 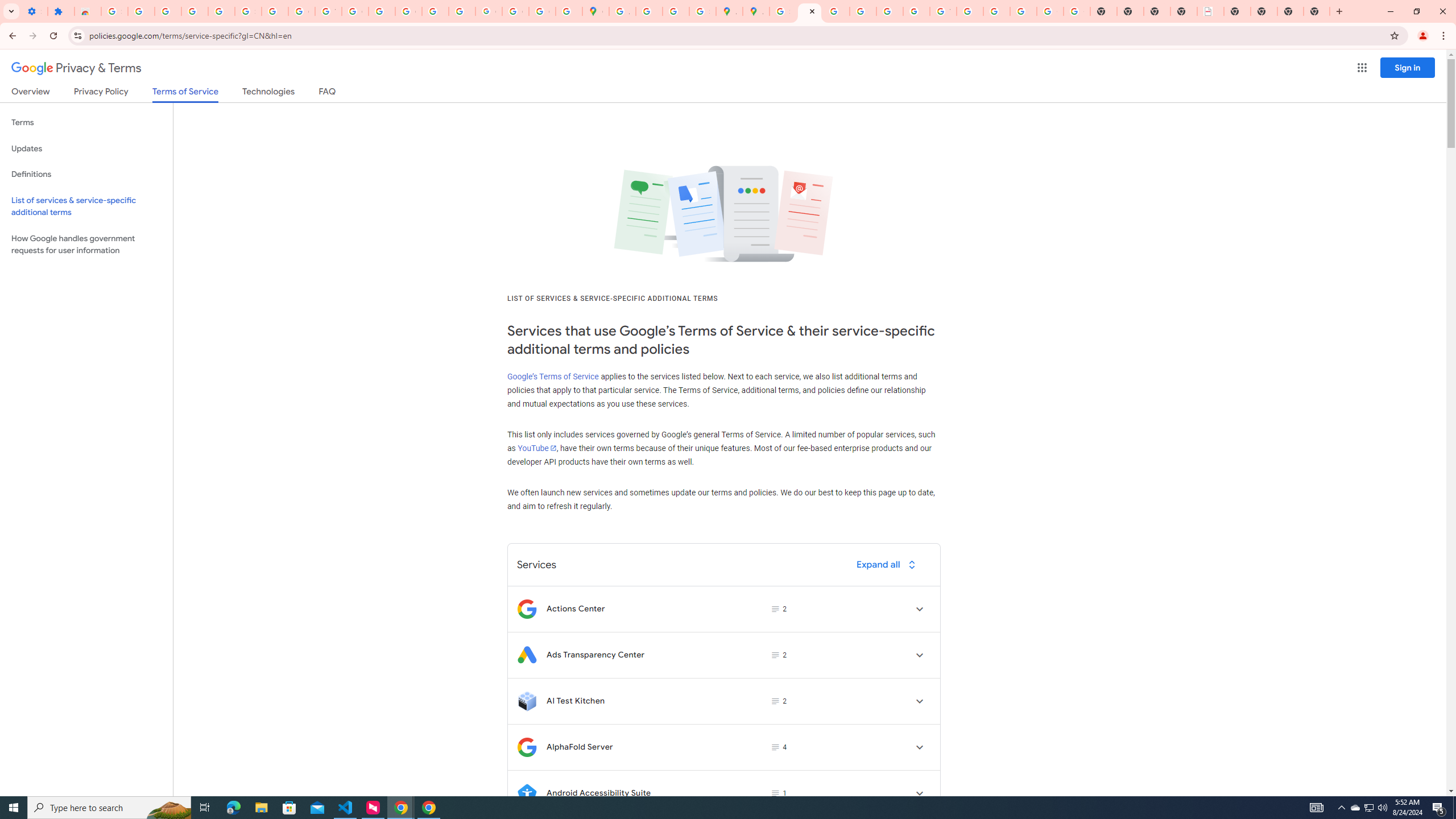 What do you see at coordinates (595, 11) in the screenshot?
I see `'Google Maps'` at bounding box center [595, 11].